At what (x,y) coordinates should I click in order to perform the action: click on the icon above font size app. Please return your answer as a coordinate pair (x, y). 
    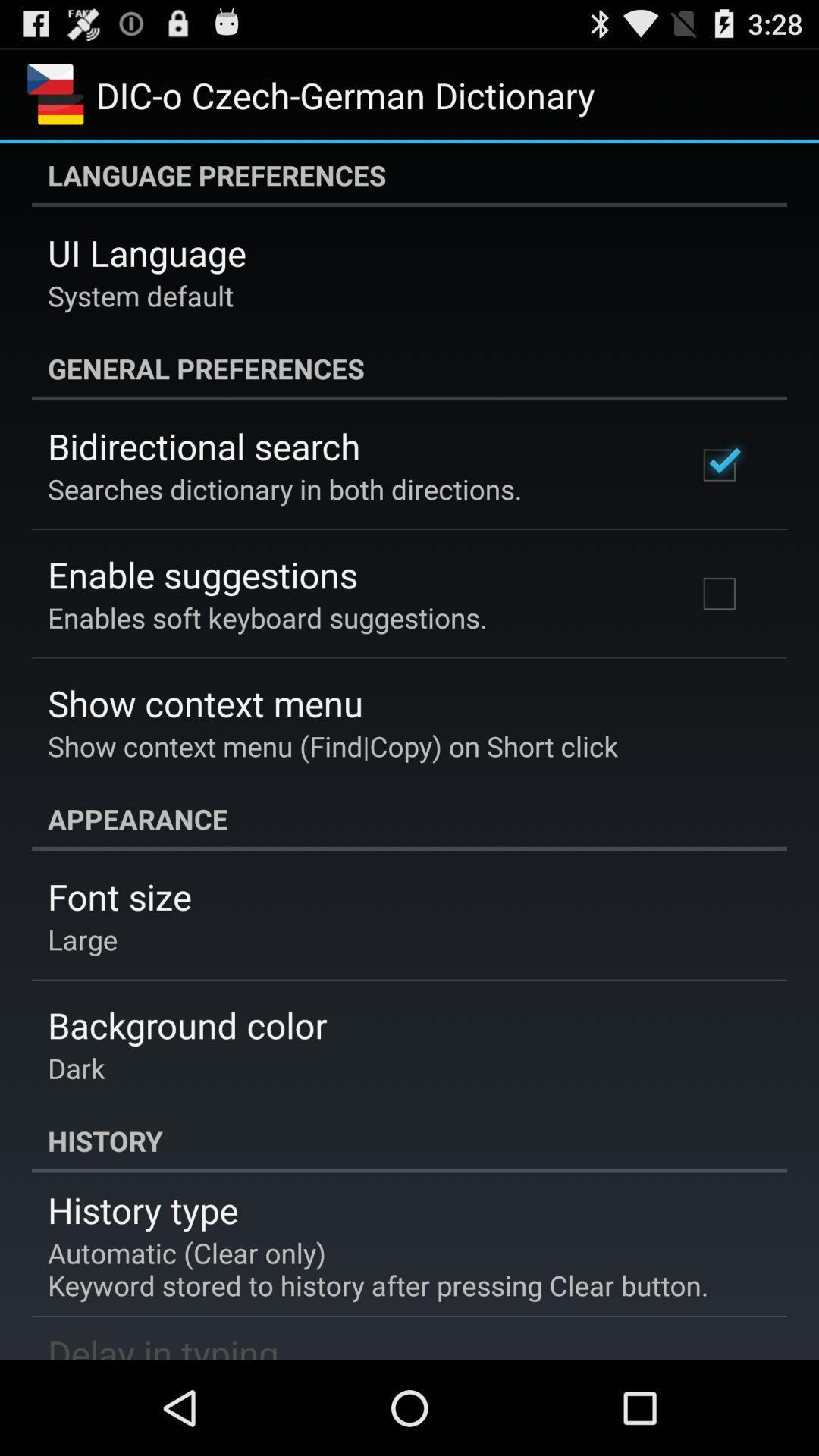
    Looking at the image, I should click on (409, 818).